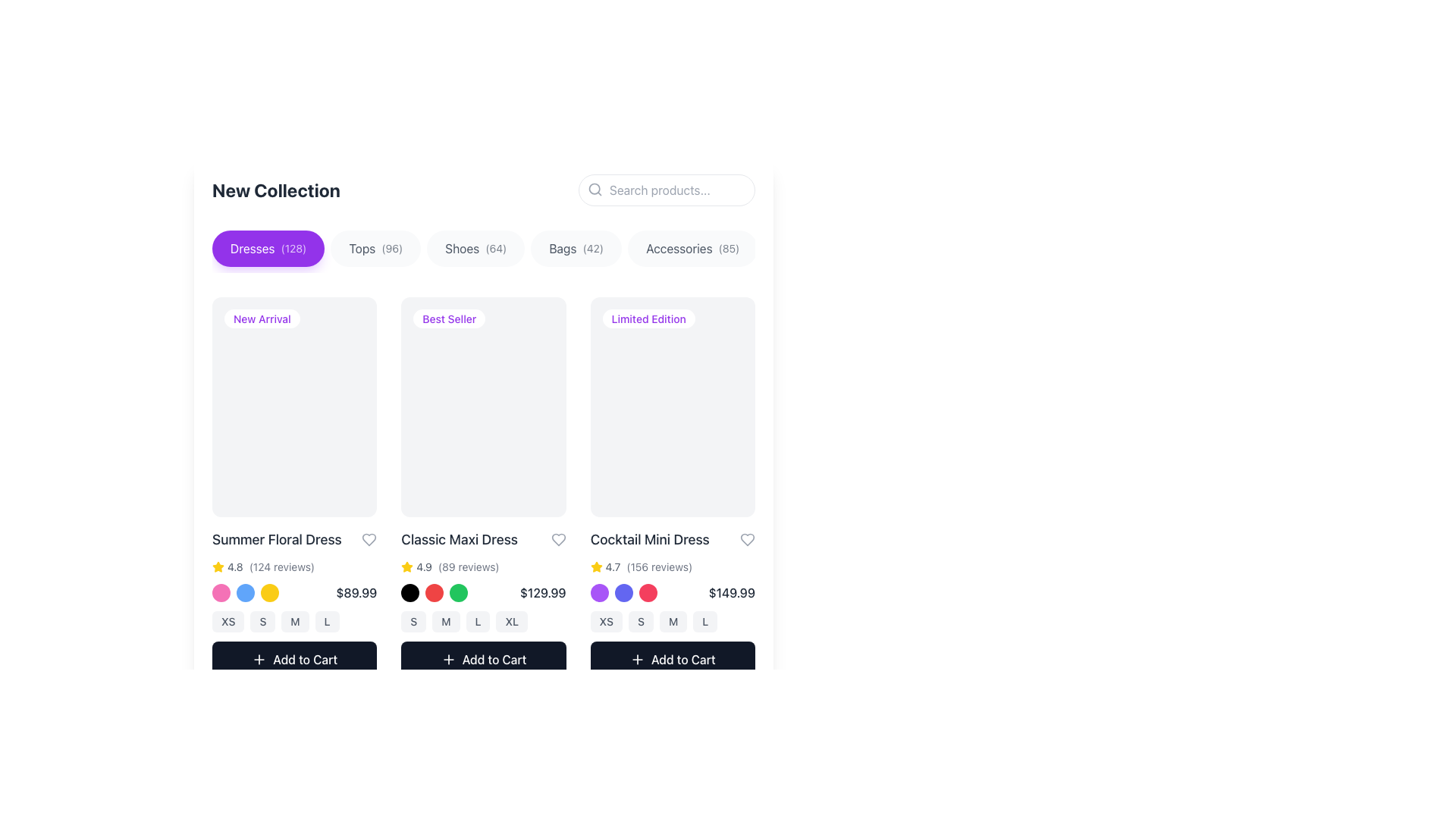 This screenshot has height=819, width=1456. I want to click on the heart-shaped icon button for marking the 'Summer Floral Dress' as a favorite, so click(369, 538).